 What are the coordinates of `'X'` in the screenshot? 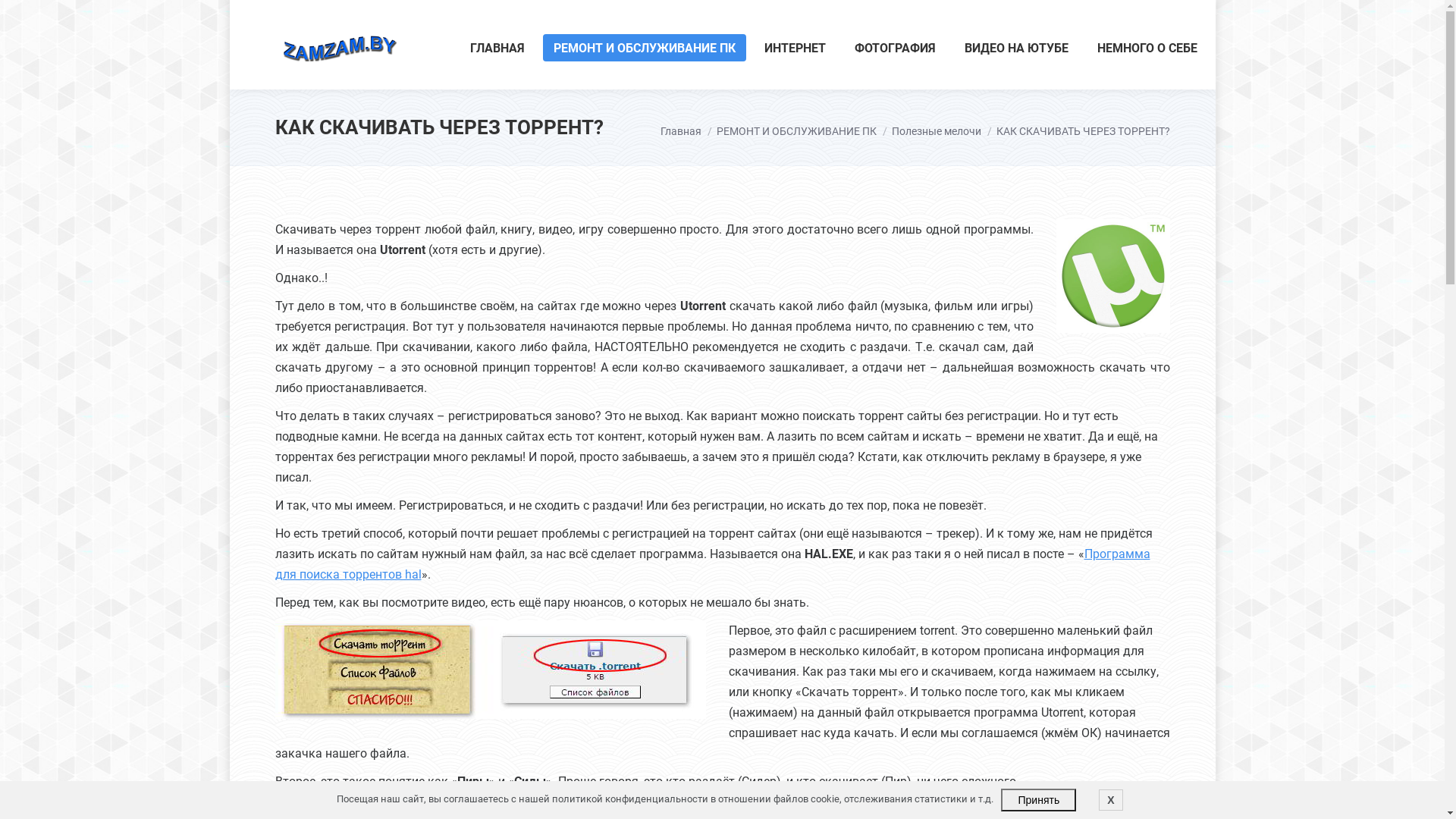 It's located at (1110, 799).